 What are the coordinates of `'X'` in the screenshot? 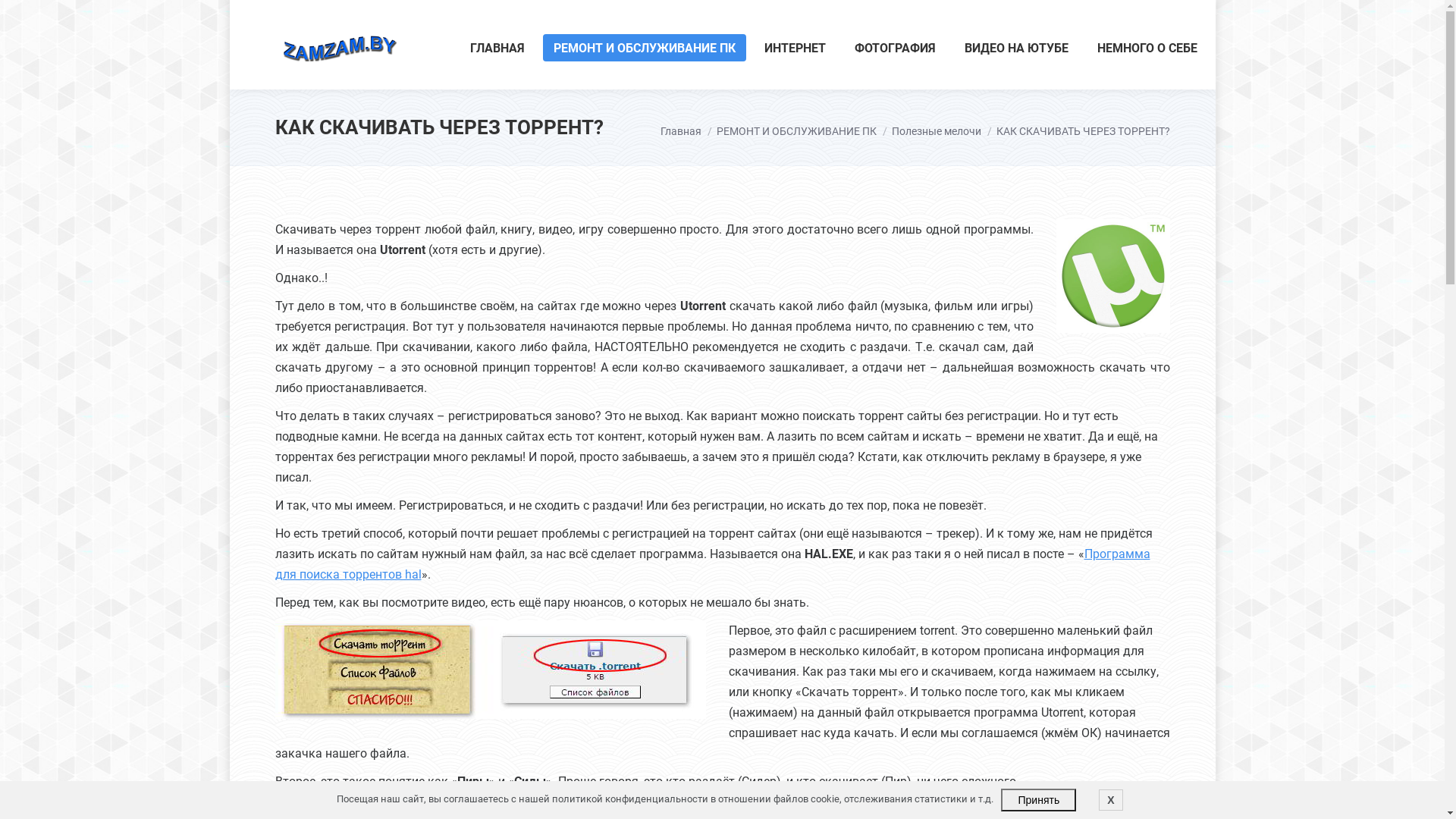 It's located at (1110, 799).